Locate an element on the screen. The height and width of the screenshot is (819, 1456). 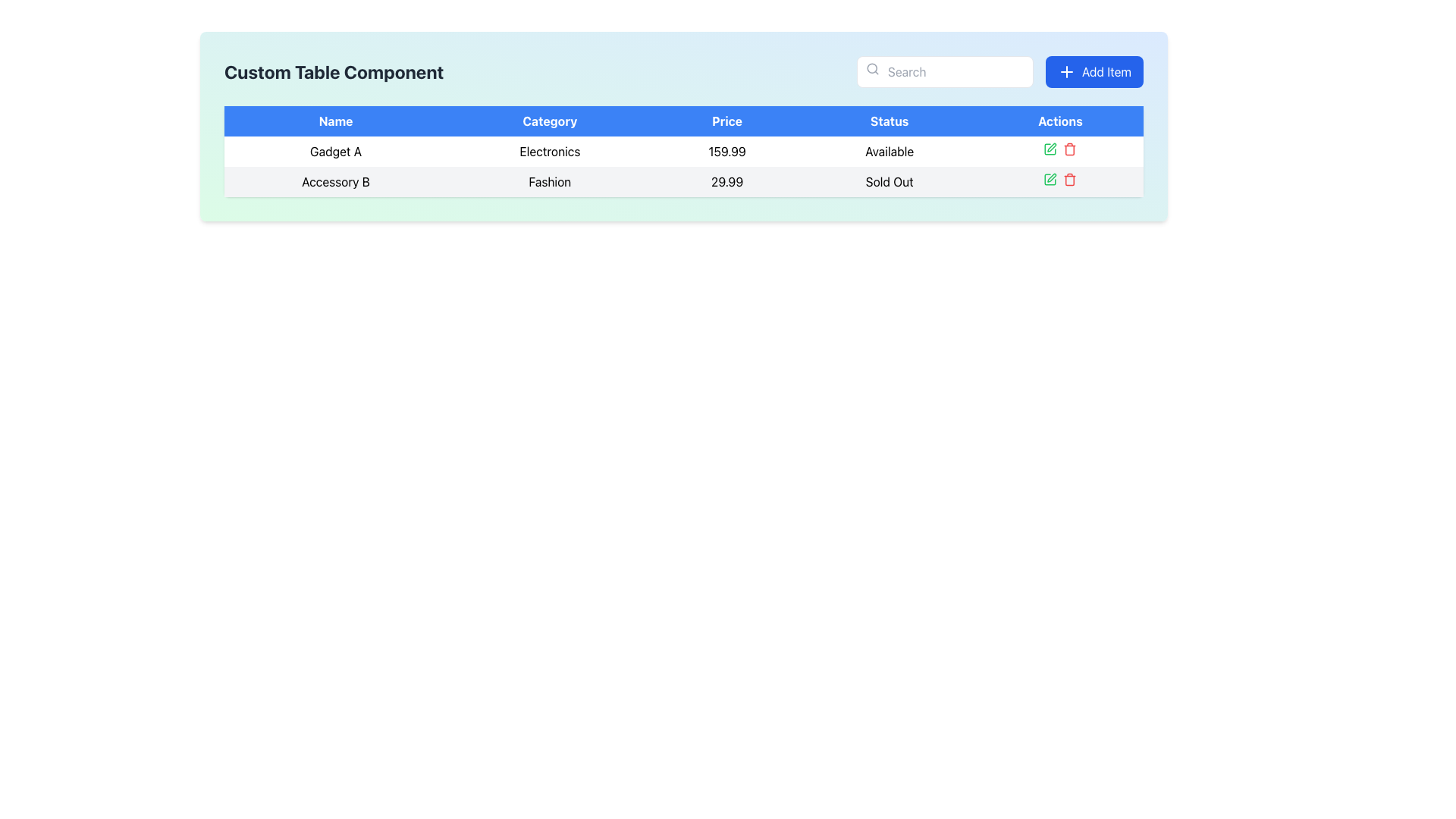
the small circular graphic that forms the lens of the magnifying glass in the search bar located at the top-right portion of the interface is located at coordinates (872, 68).